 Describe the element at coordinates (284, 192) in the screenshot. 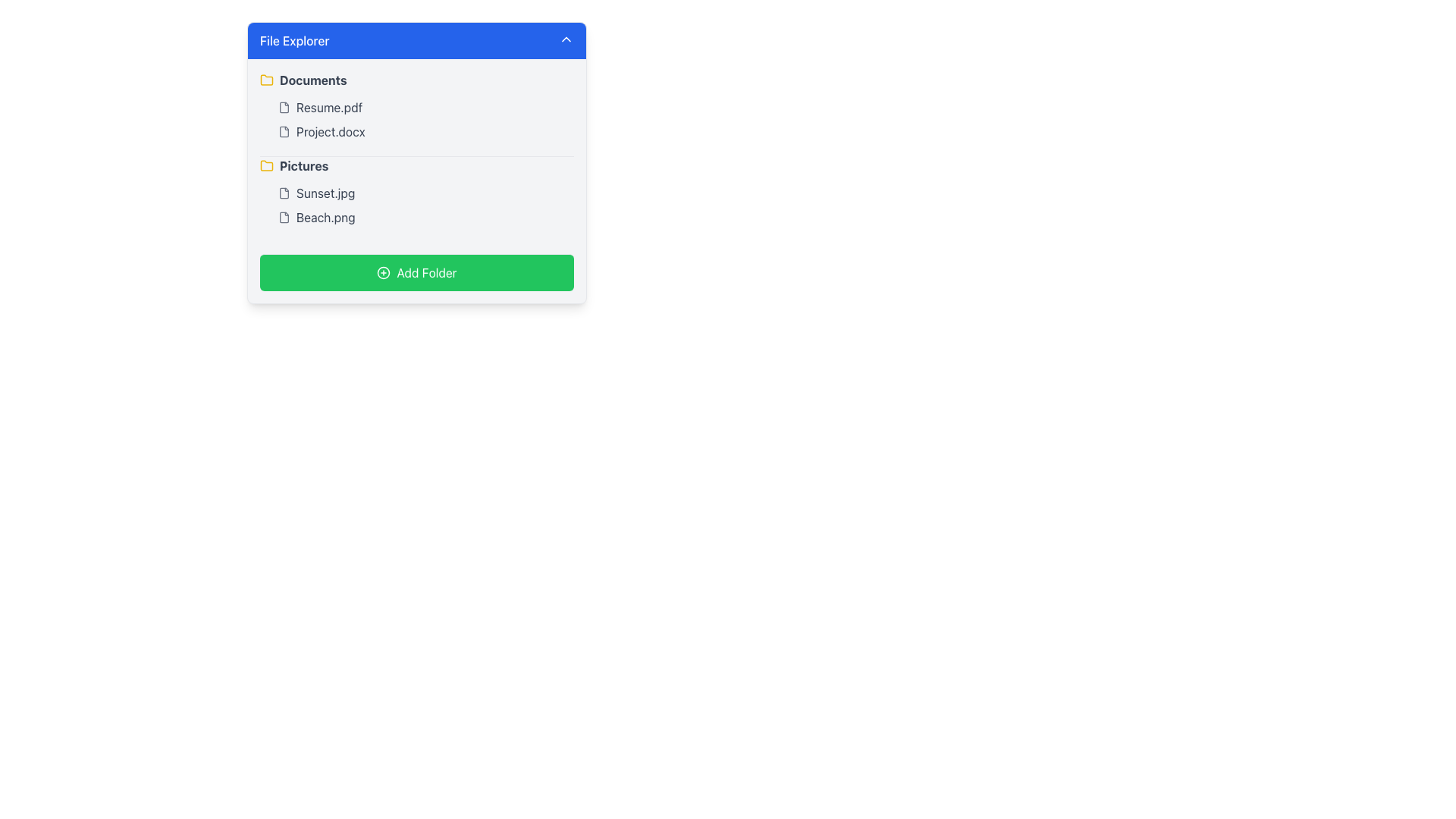

I see `the file icon represented by a gray file silhouette next` at that location.